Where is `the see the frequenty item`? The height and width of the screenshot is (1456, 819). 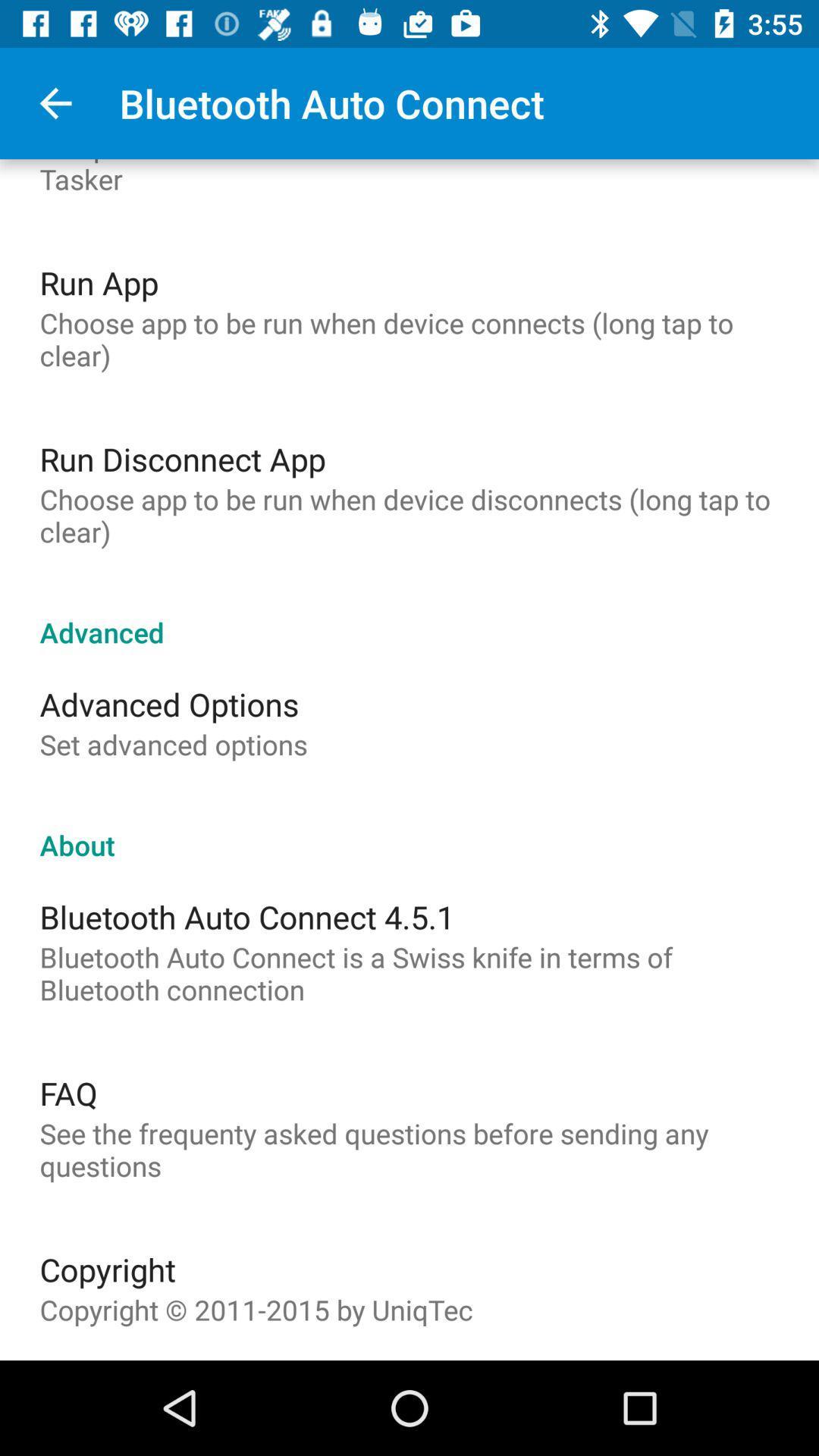 the see the frequenty item is located at coordinates (409, 1150).